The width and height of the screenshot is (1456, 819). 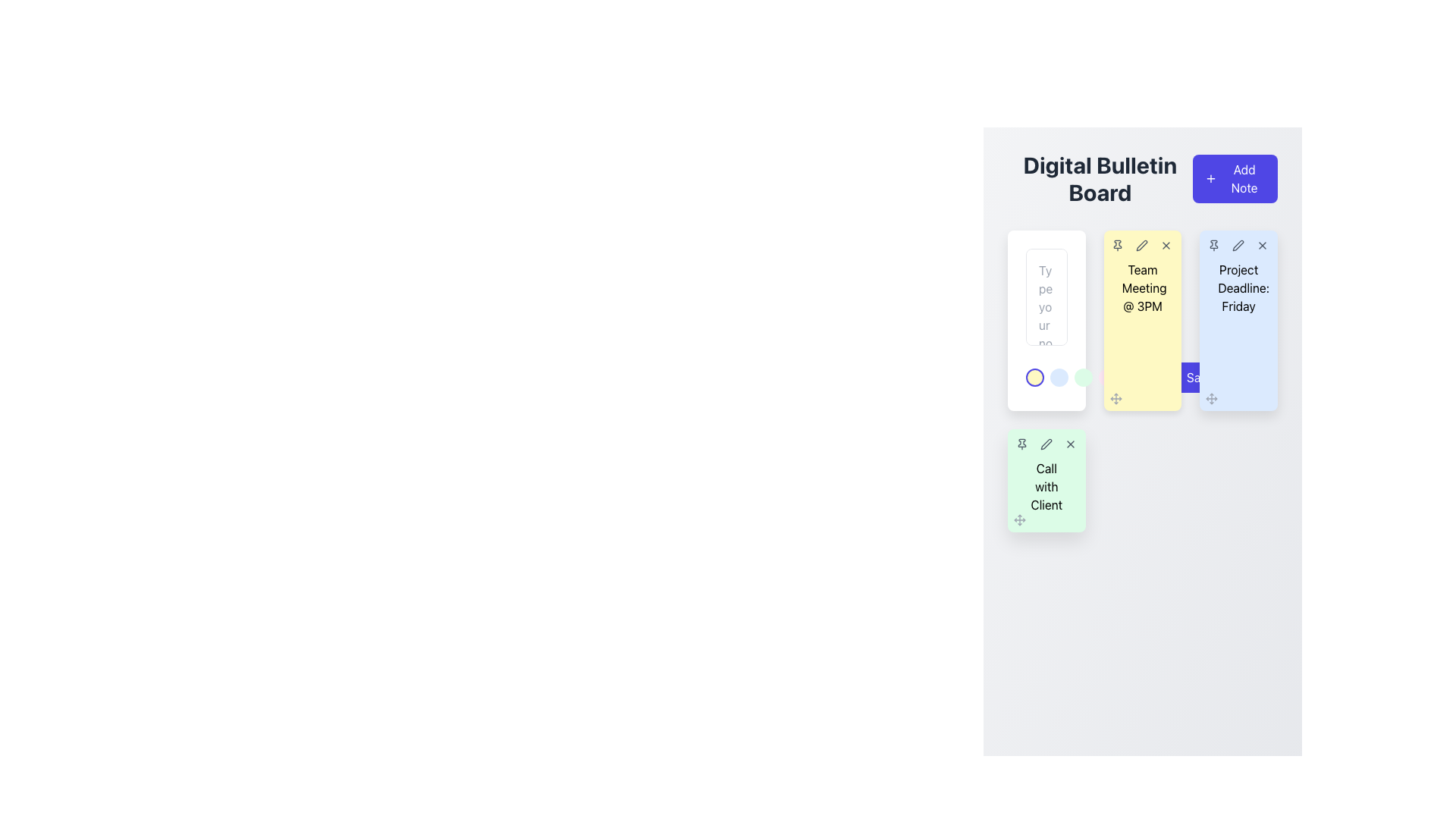 What do you see at coordinates (1143, 342) in the screenshot?
I see `the note card element located in the center column of the grid layout, which is the second note from the left` at bounding box center [1143, 342].